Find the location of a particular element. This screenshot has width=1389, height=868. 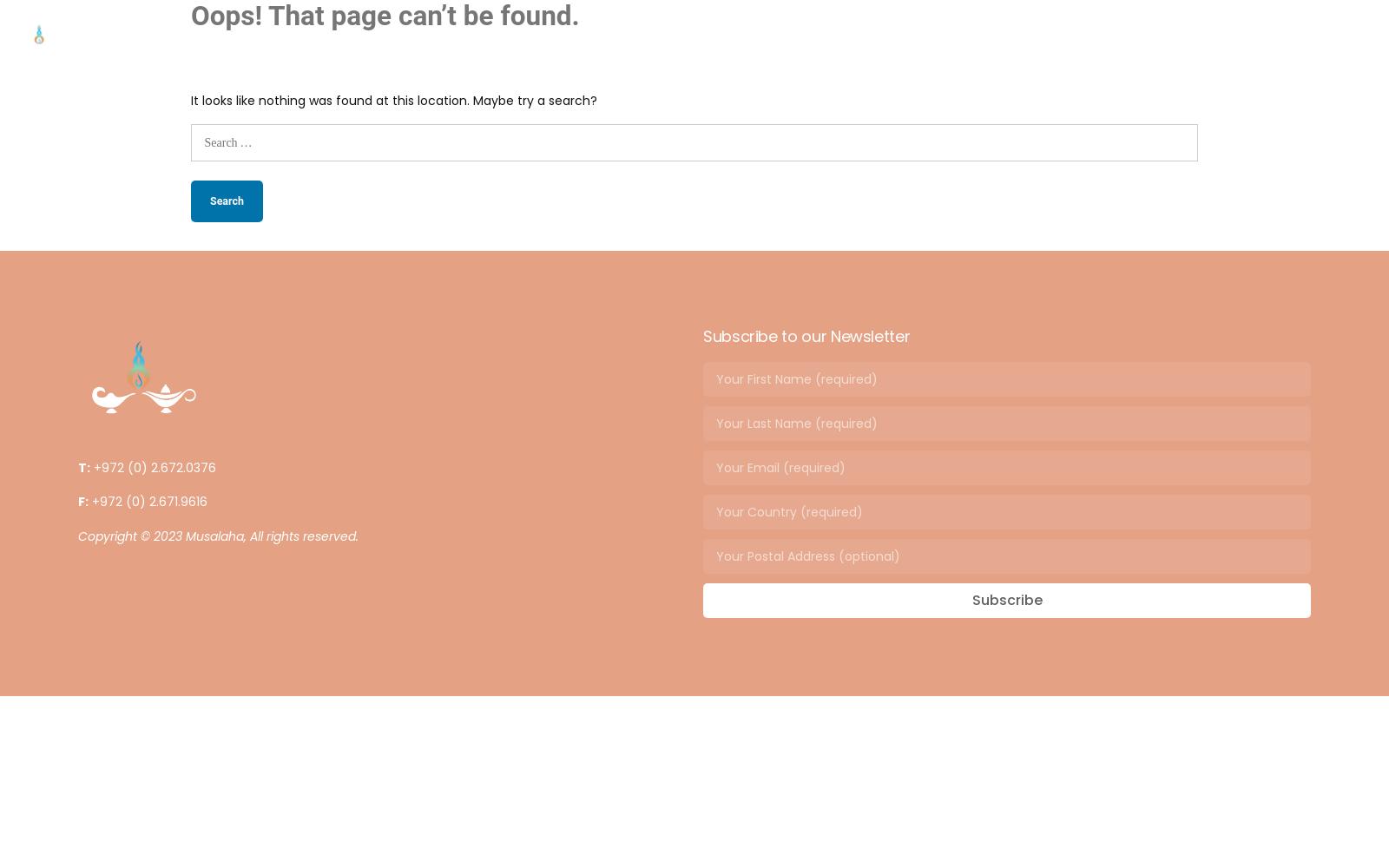

'ABOUT MUSALAHA' is located at coordinates (601, 38).